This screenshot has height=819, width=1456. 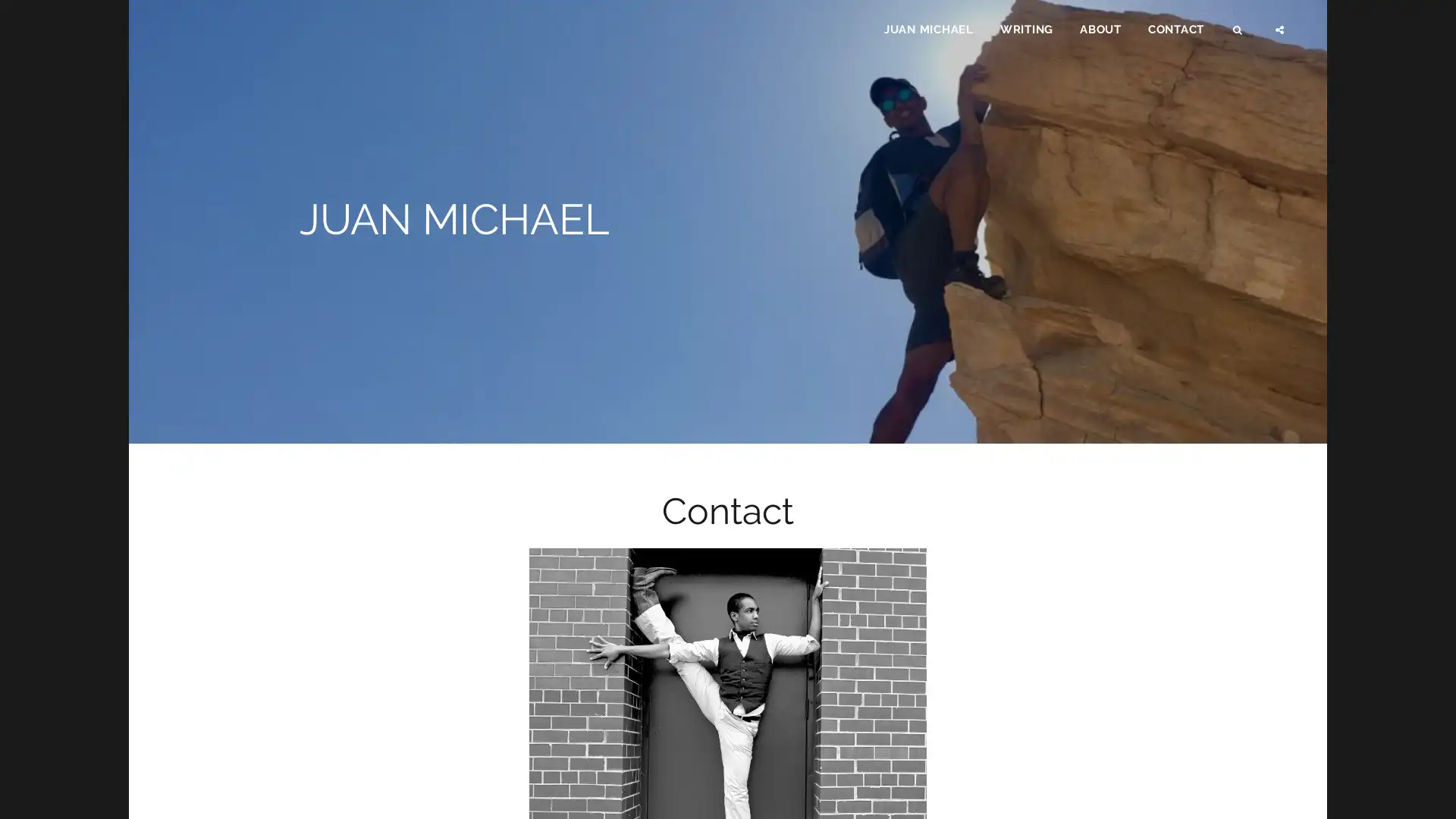 I want to click on SEARCH, so click(x=1238, y=35).